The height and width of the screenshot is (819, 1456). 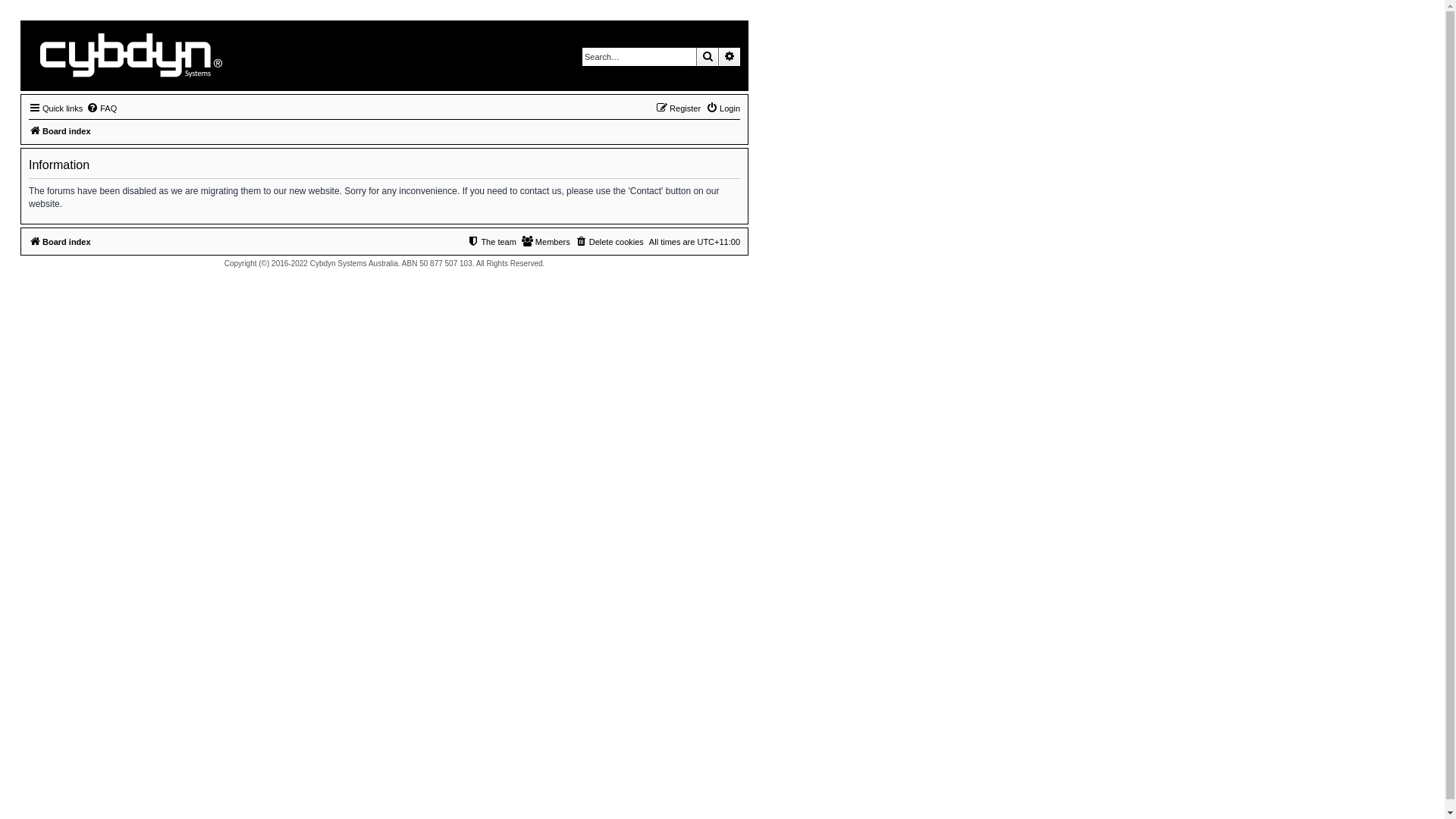 I want to click on 'Delete cookies', so click(x=610, y=241).